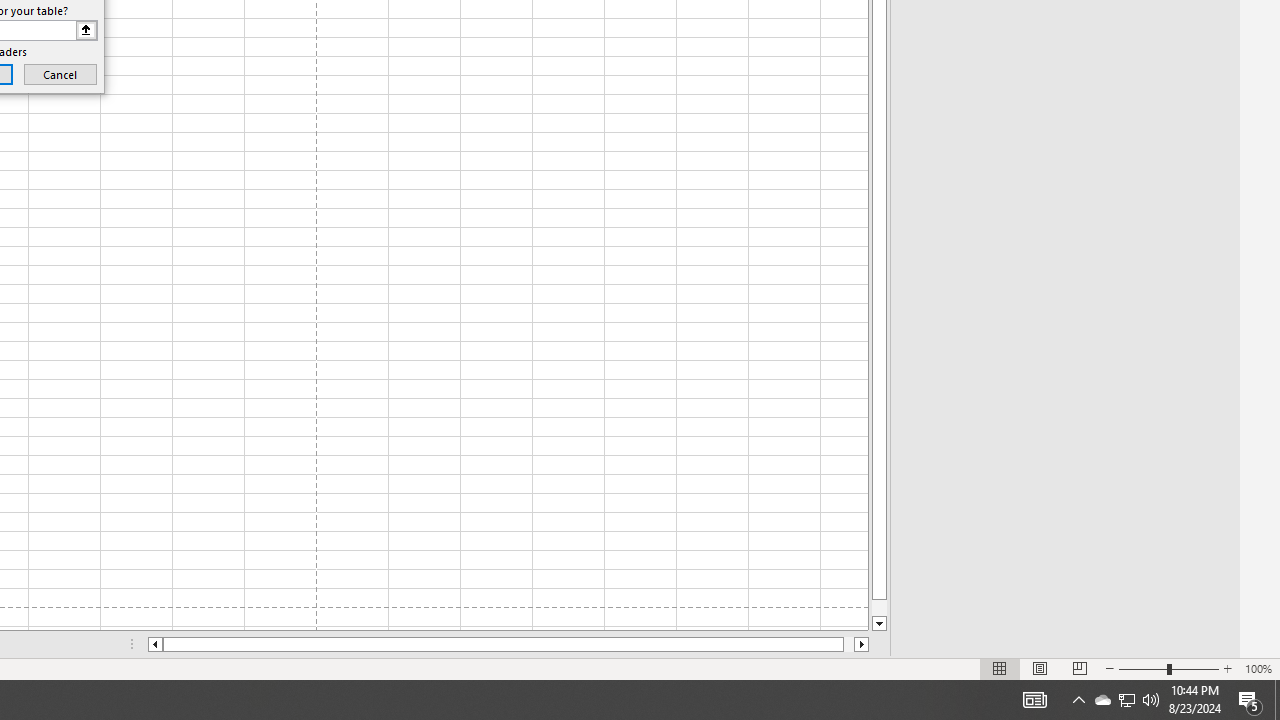 The height and width of the screenshot is (720, 1280). I want to click on 'Normal', so click(1000, 669).